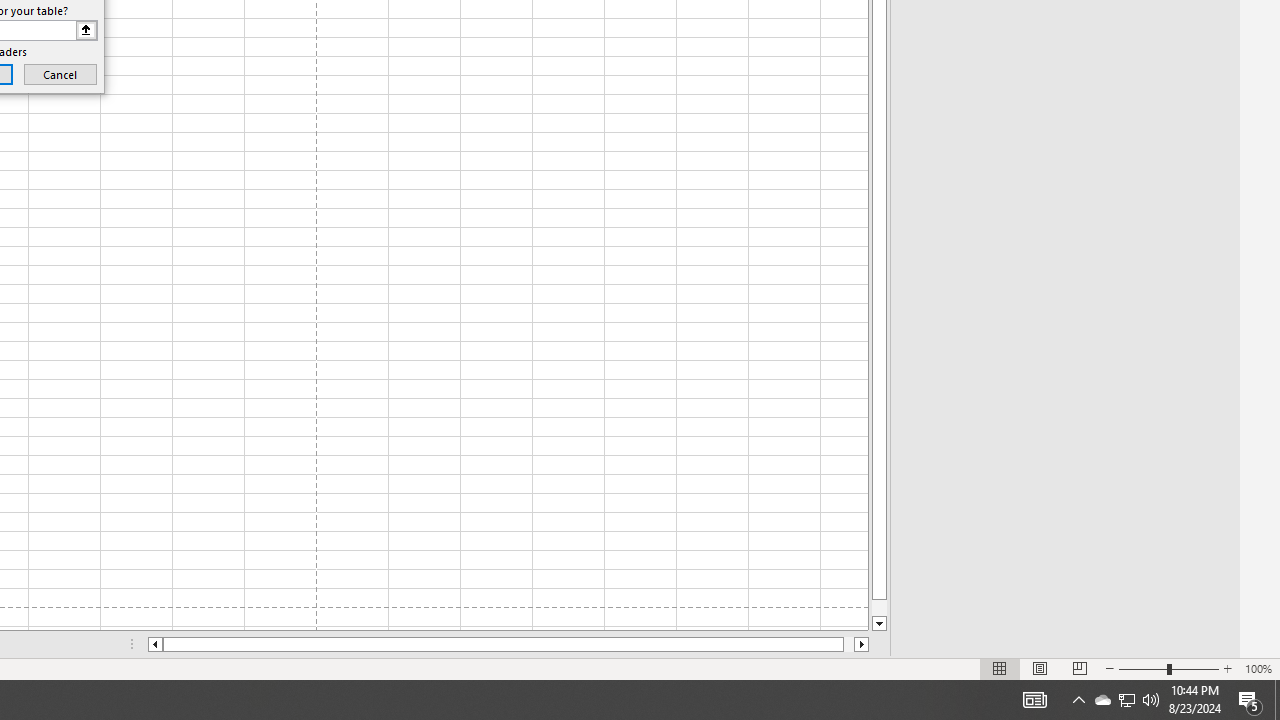 The height and width of the screenshot is (720, 1280). I want to click on 'Normal', so click(1000, 669).